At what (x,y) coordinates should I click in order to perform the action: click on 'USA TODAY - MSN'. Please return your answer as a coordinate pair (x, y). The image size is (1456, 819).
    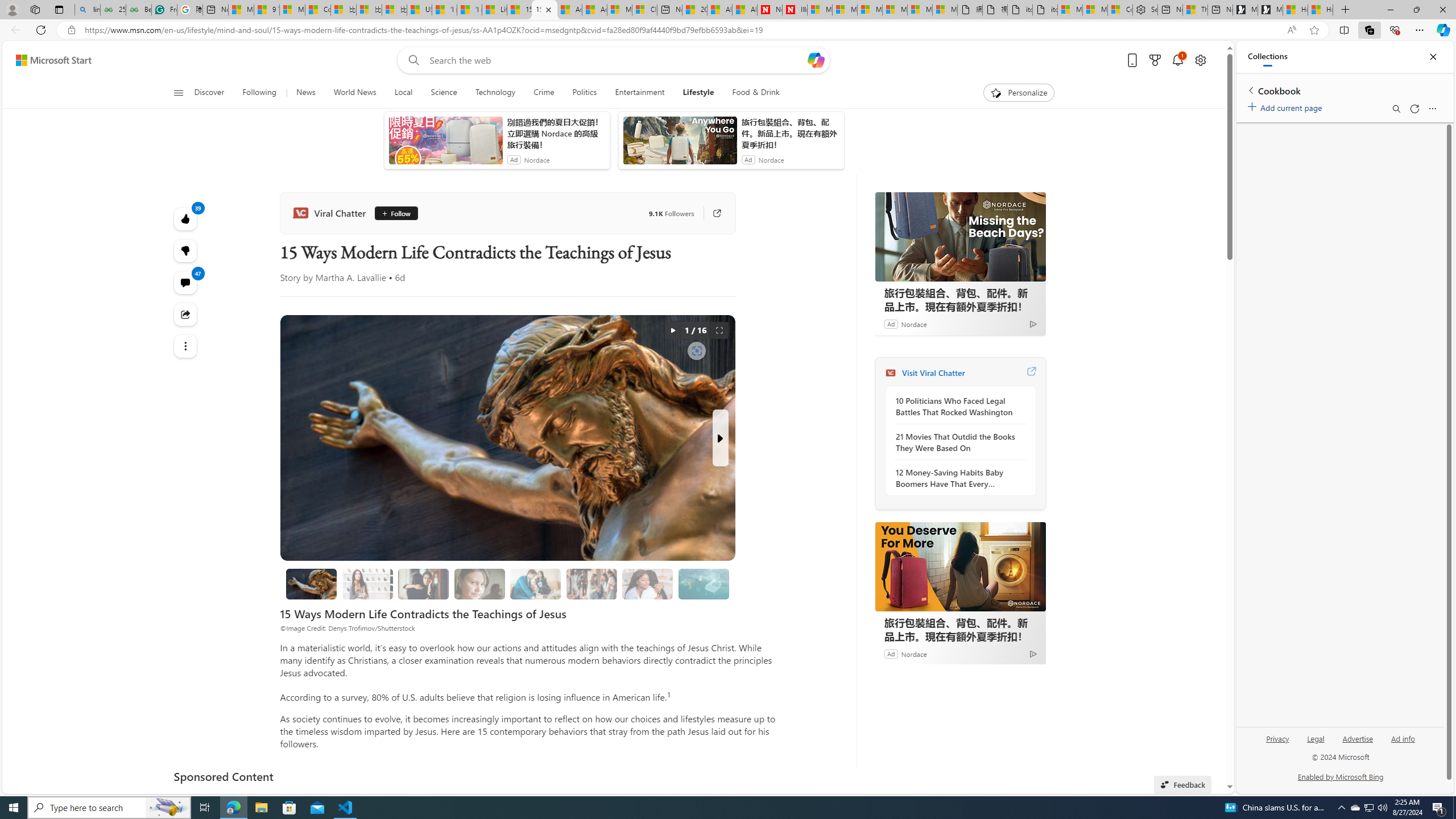
    Looking at the image, I should click on (419, 9).